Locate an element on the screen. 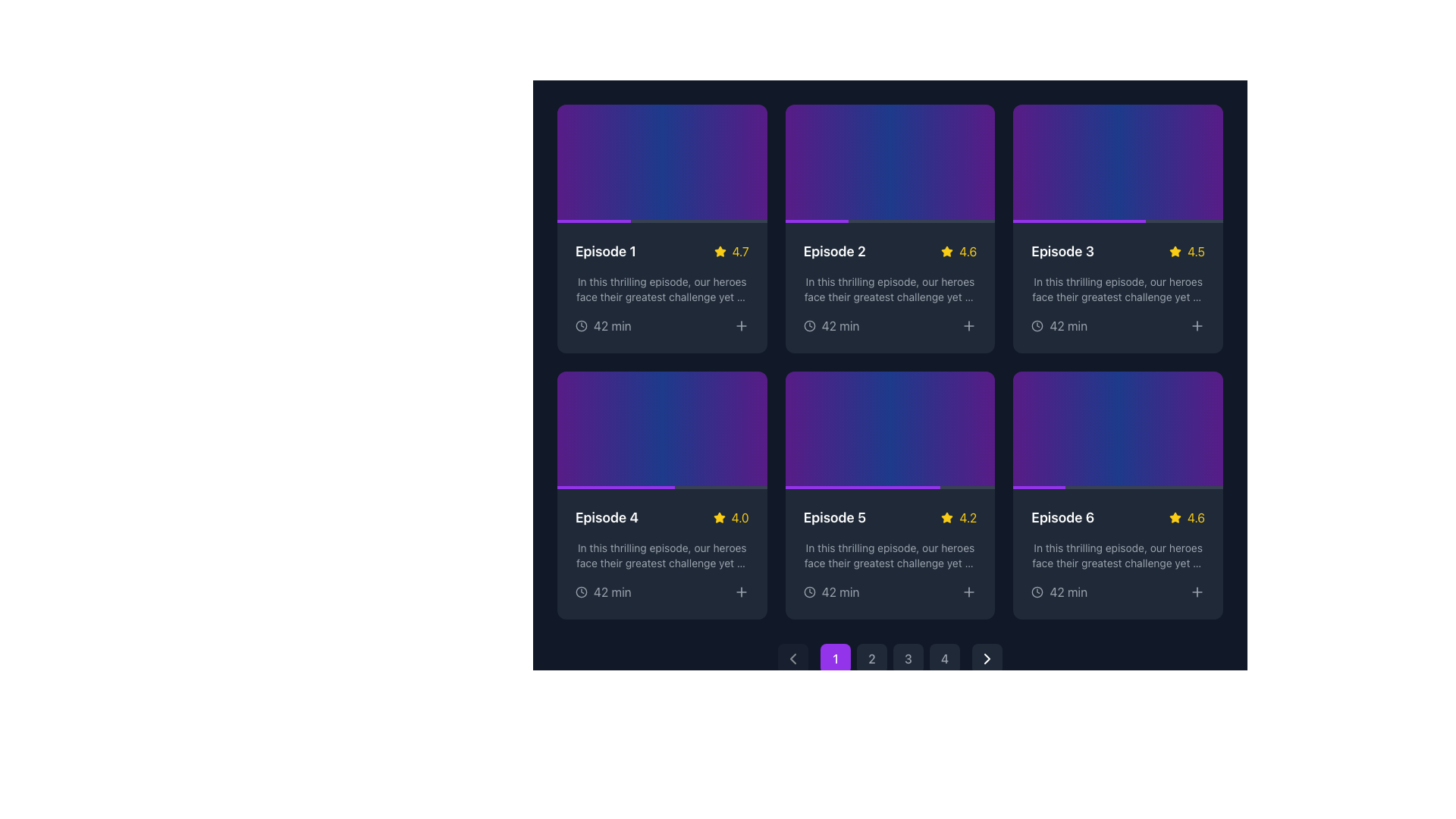  the rating icon for Episode 4, located at the bottom left of the card, next to the numerical rating of '4.0' is located at coordinates (718, 516).